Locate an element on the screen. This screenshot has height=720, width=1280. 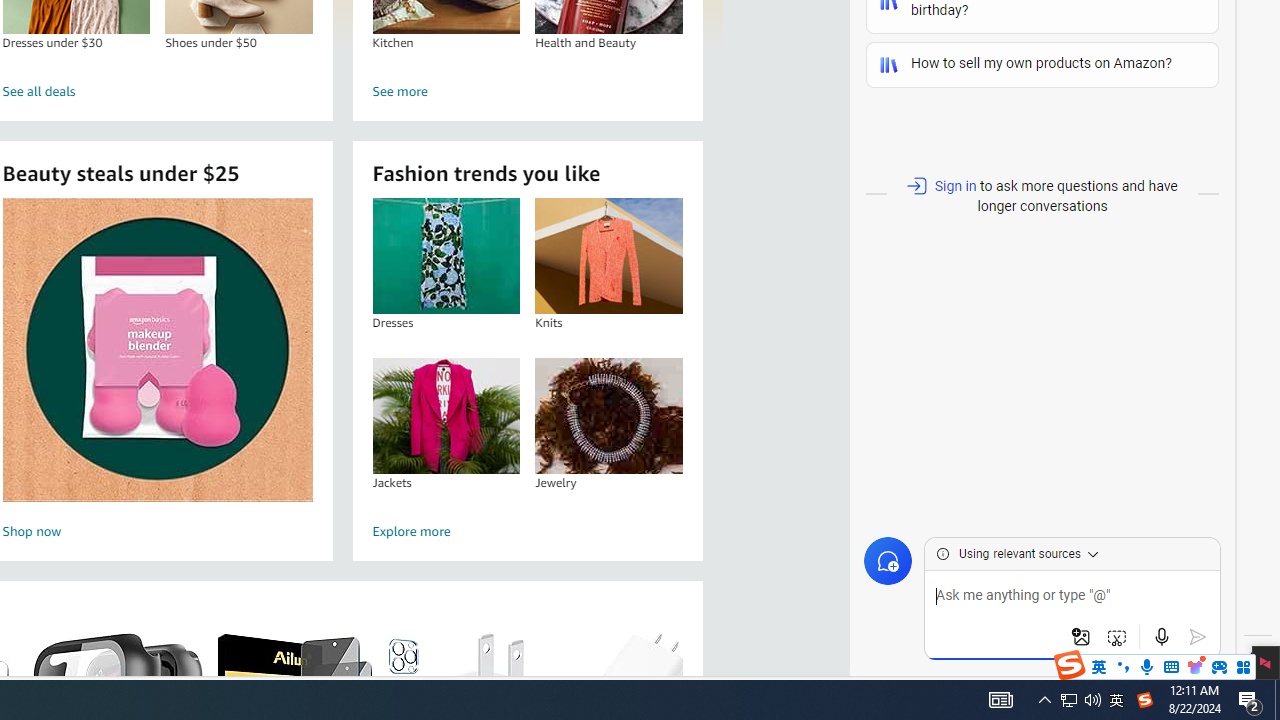
'Explore more' is located at coordinates (528, 531).